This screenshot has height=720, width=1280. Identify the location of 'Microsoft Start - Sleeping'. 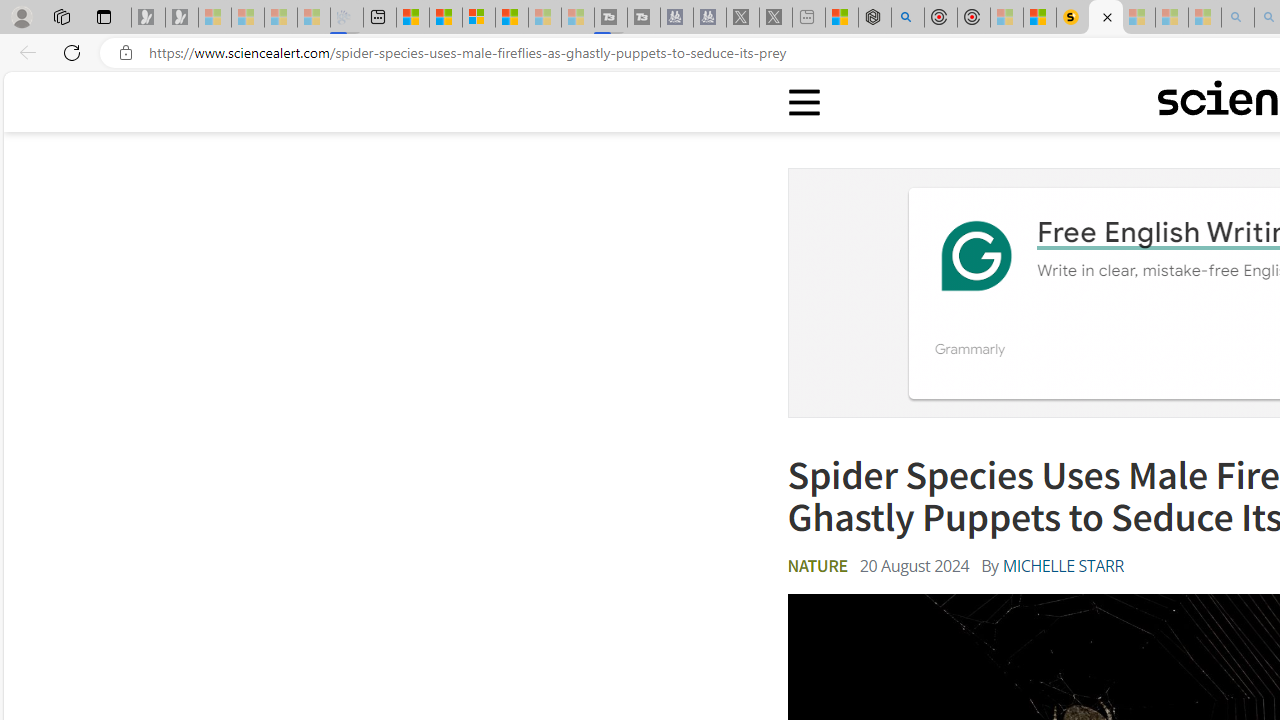
(544, 17).